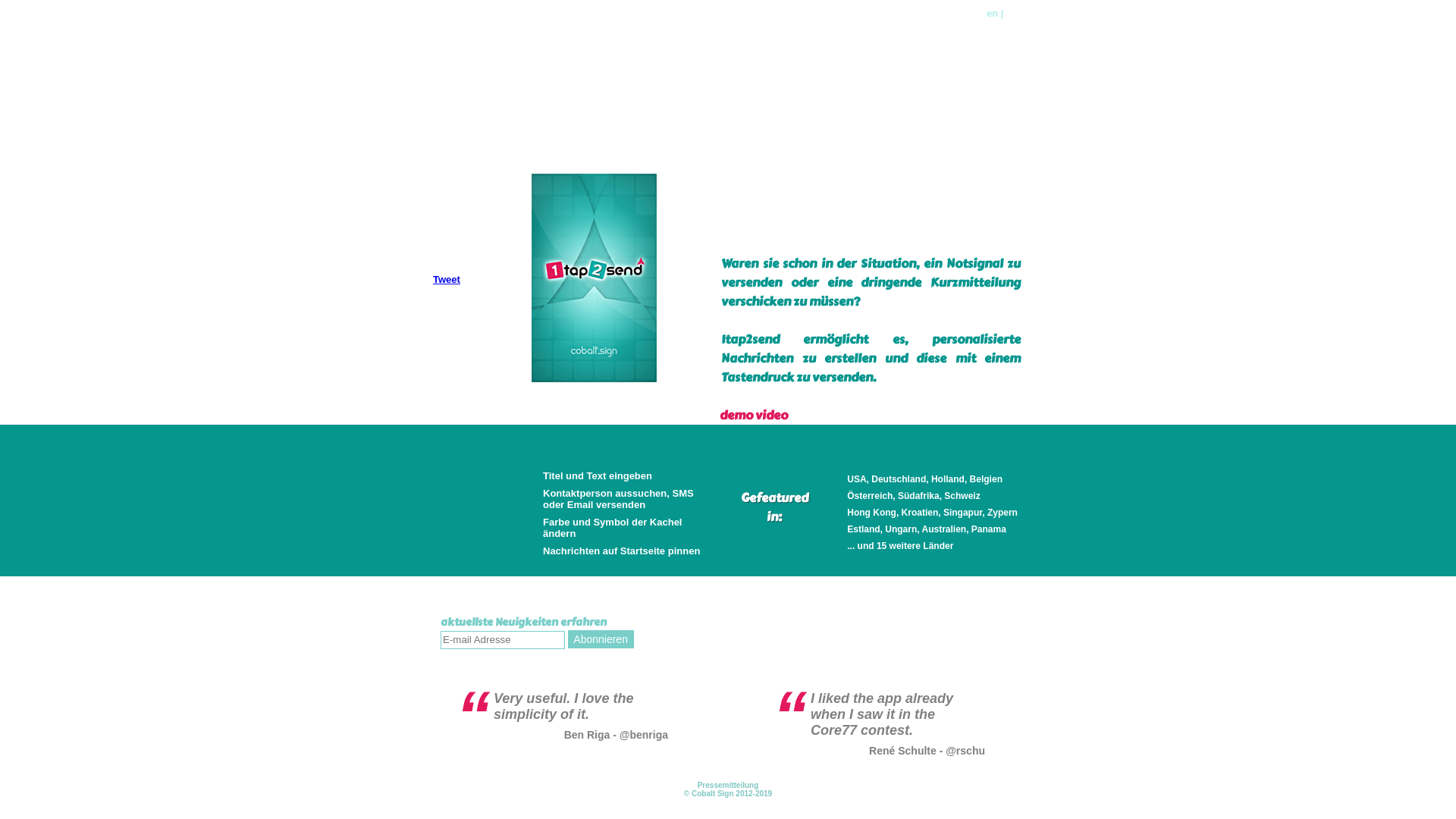 Image resolution: width=1456 pixels, height=819 pixels. I want to click on 'Tweet', so click(446, 279).